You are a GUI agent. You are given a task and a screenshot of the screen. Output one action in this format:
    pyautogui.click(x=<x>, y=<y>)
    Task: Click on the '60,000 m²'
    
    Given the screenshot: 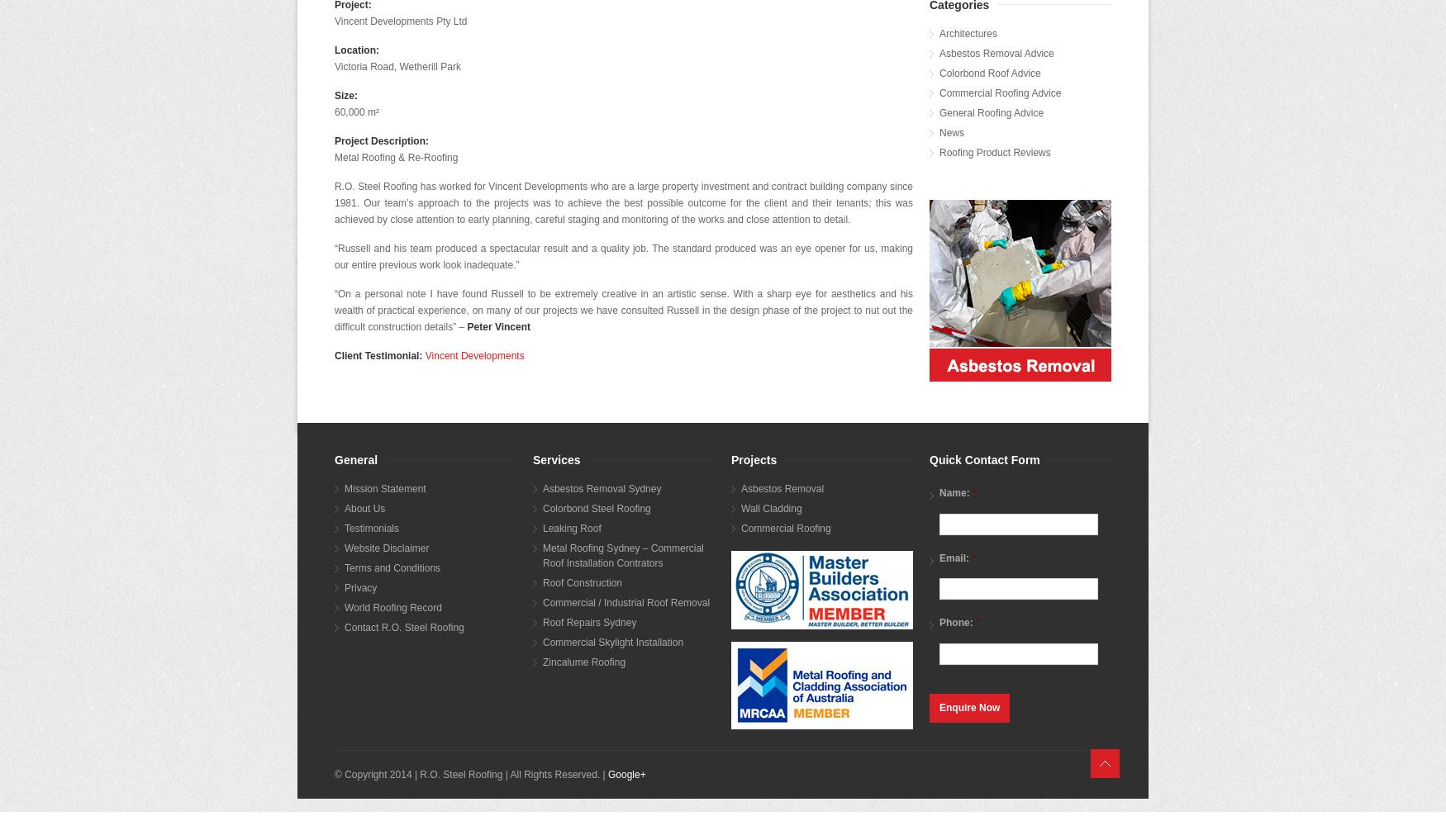 What is the action you would take?
    pyautogui.click(x=356, y=111)
    